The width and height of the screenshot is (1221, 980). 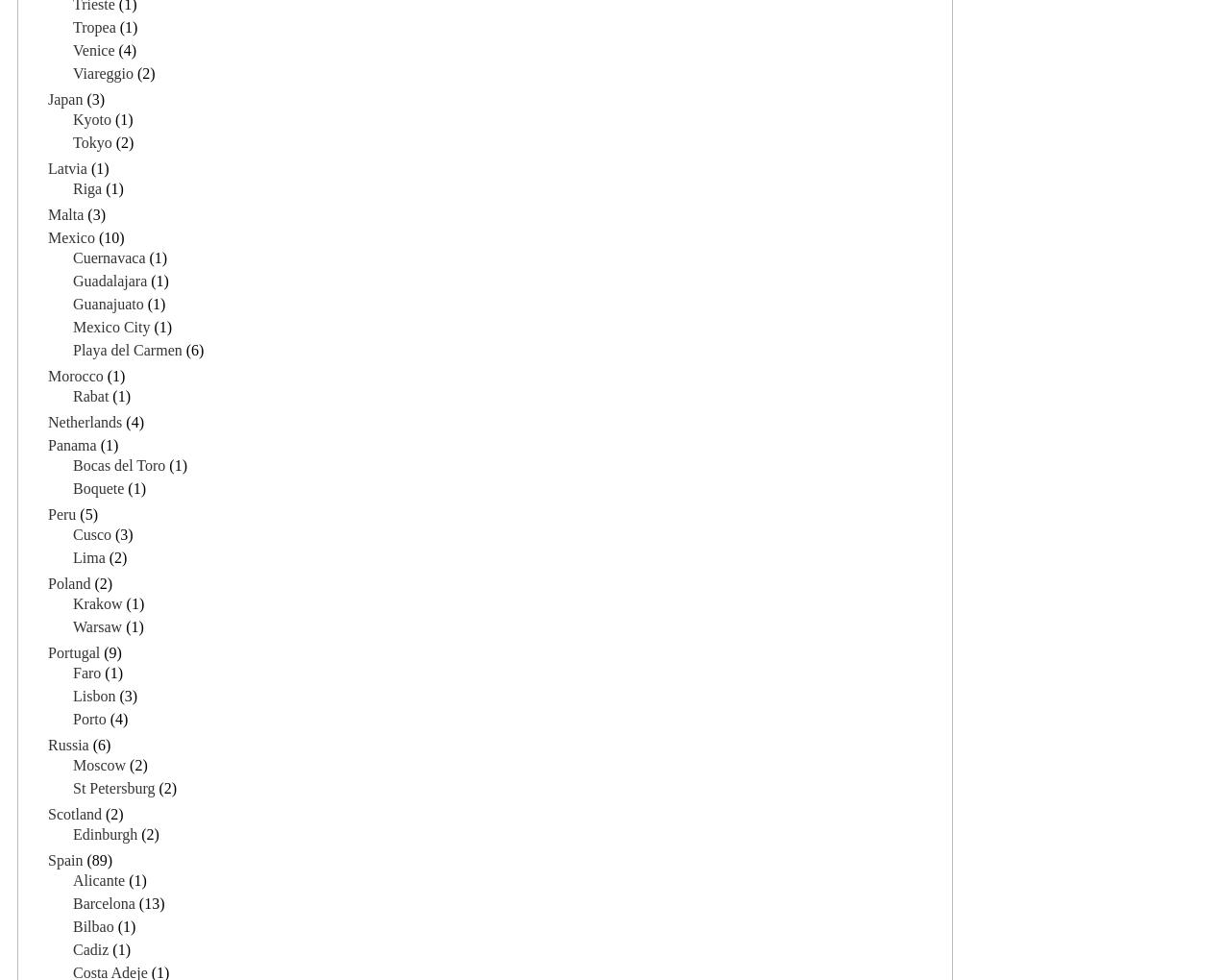 I want to click on '(13)', so click(x=148, y=901).